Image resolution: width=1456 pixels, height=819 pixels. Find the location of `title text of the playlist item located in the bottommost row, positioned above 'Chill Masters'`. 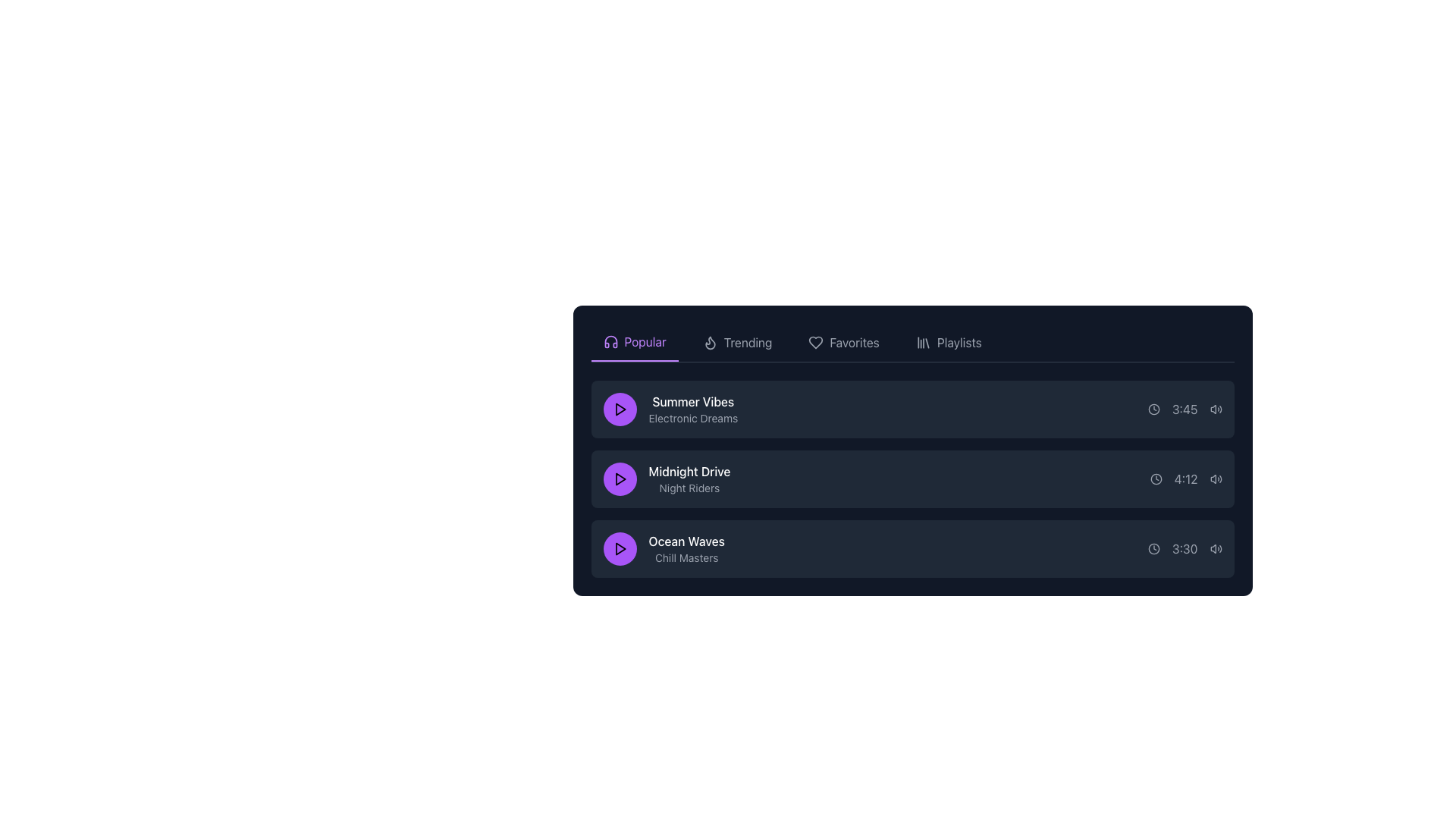

title text of the playlist item located in the bottommost row, positioned above 'Chill Masters' is located at coordinates (686, 540).